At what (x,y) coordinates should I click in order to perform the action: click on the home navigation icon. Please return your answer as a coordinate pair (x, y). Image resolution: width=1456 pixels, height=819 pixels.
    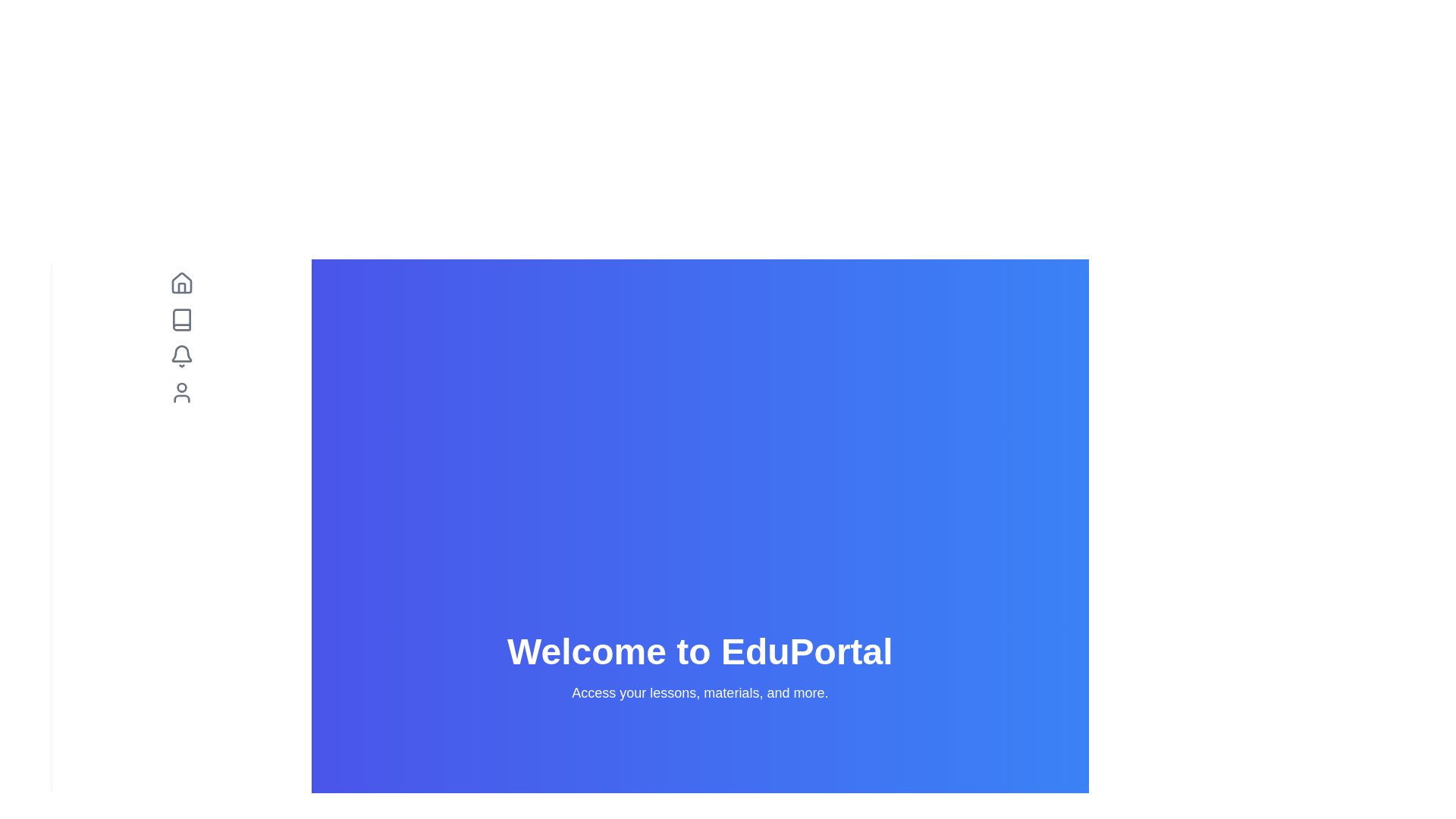
    Looking at the image, I should click on (181, 284).